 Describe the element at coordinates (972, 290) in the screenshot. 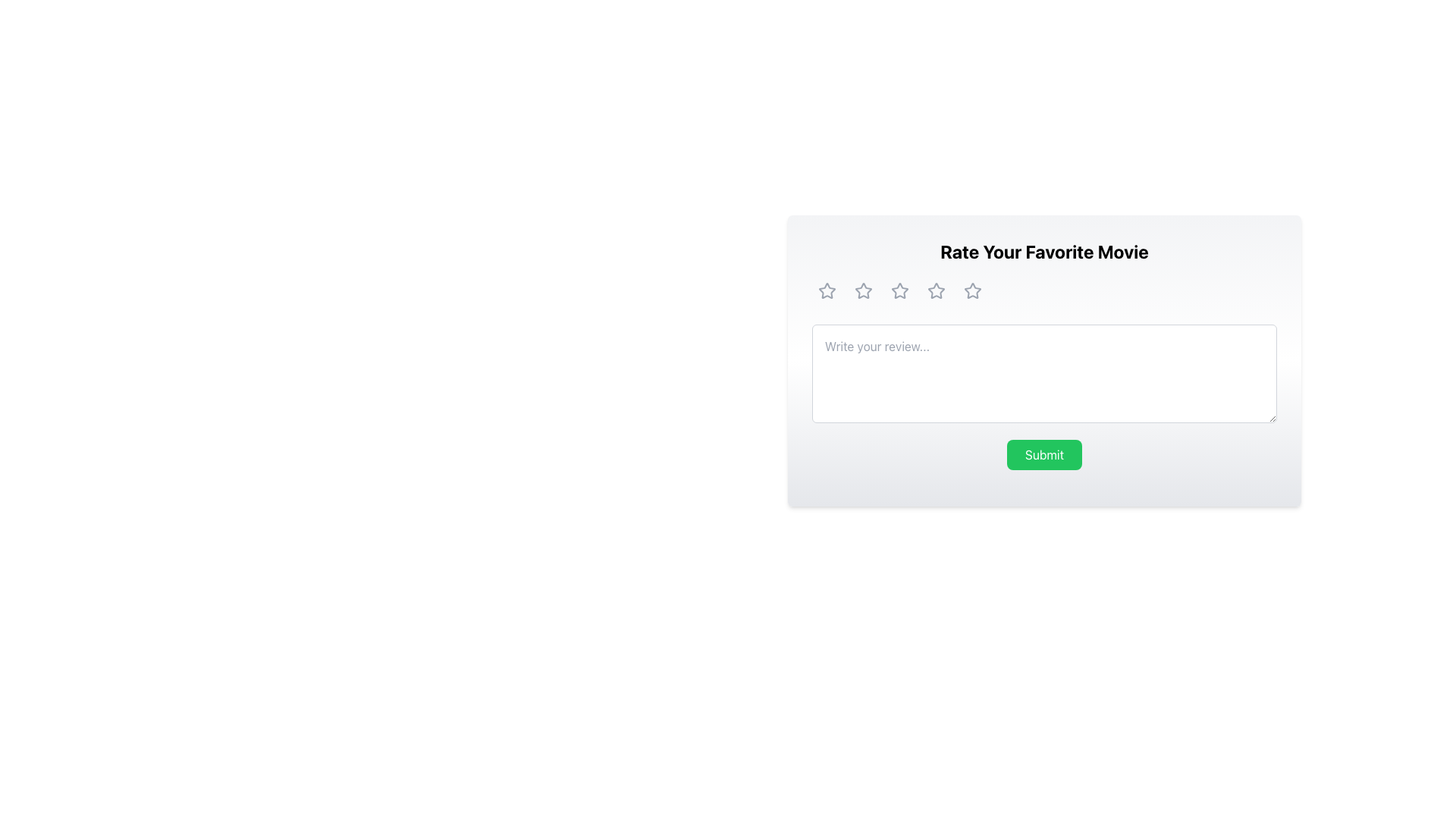

I see `the fifth star icon in the rating system` at that location.